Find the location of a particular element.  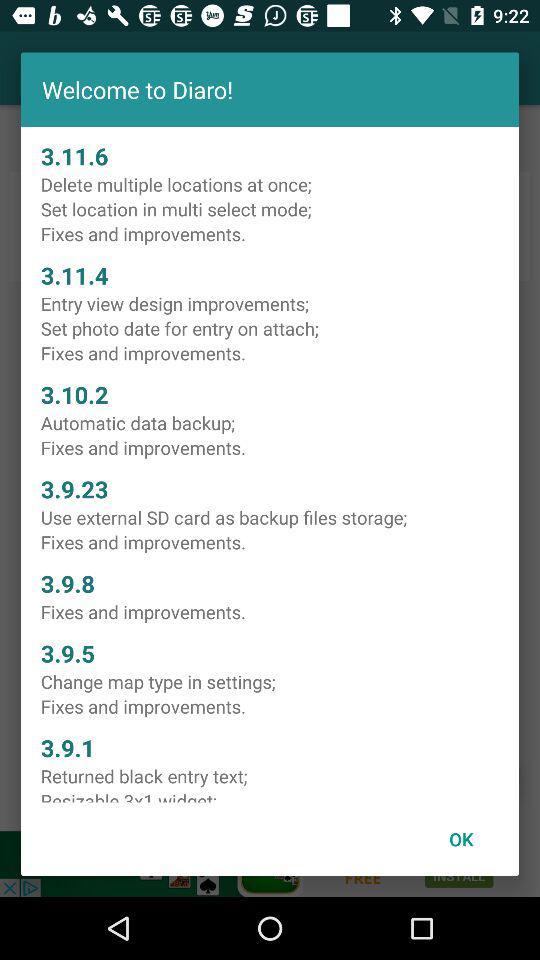

item at the bottom right corner is located at coordinates (461, 839).